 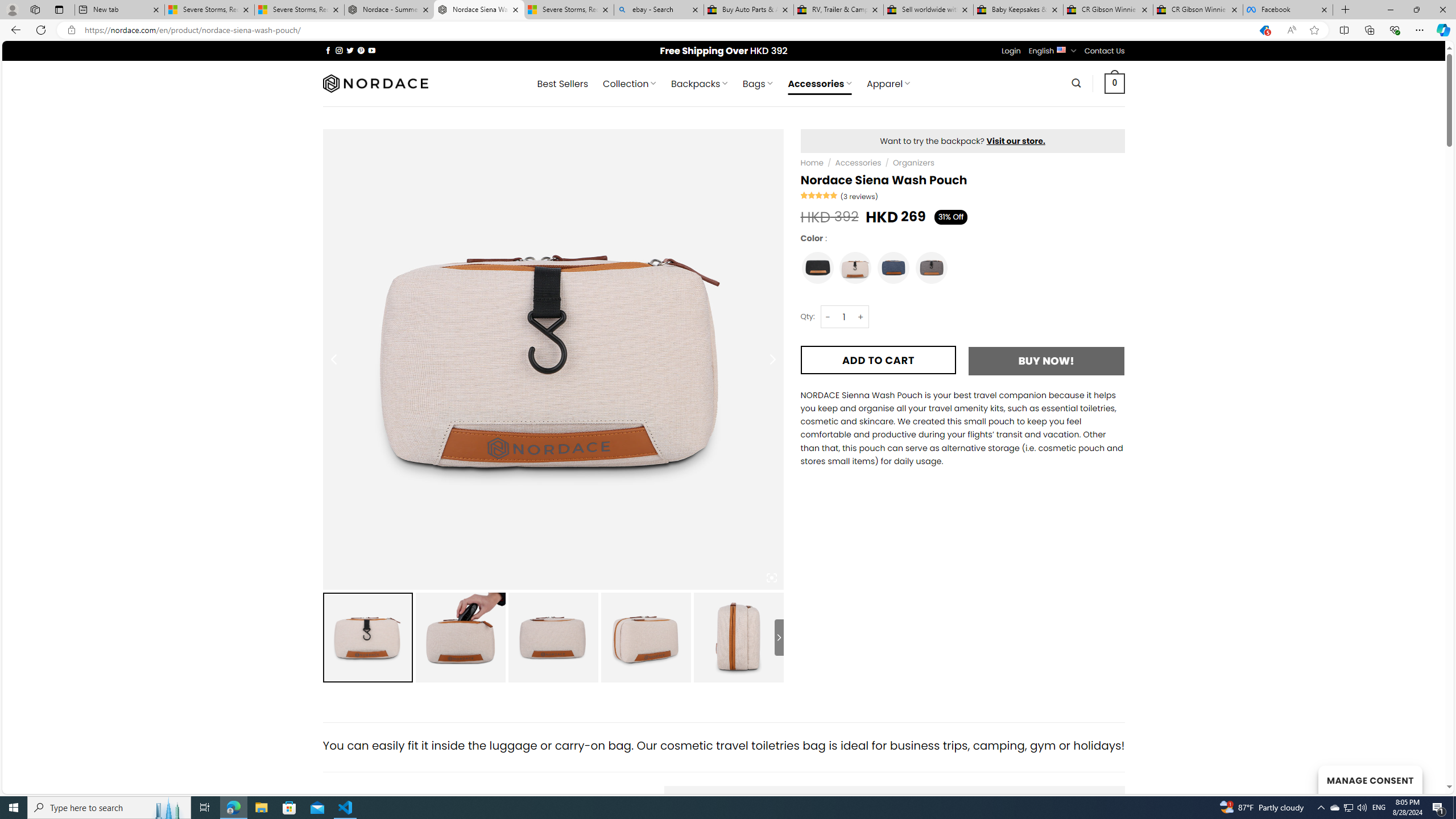 I want to click on 'MANAGE CONSENT', so click(x=1370, y=779).